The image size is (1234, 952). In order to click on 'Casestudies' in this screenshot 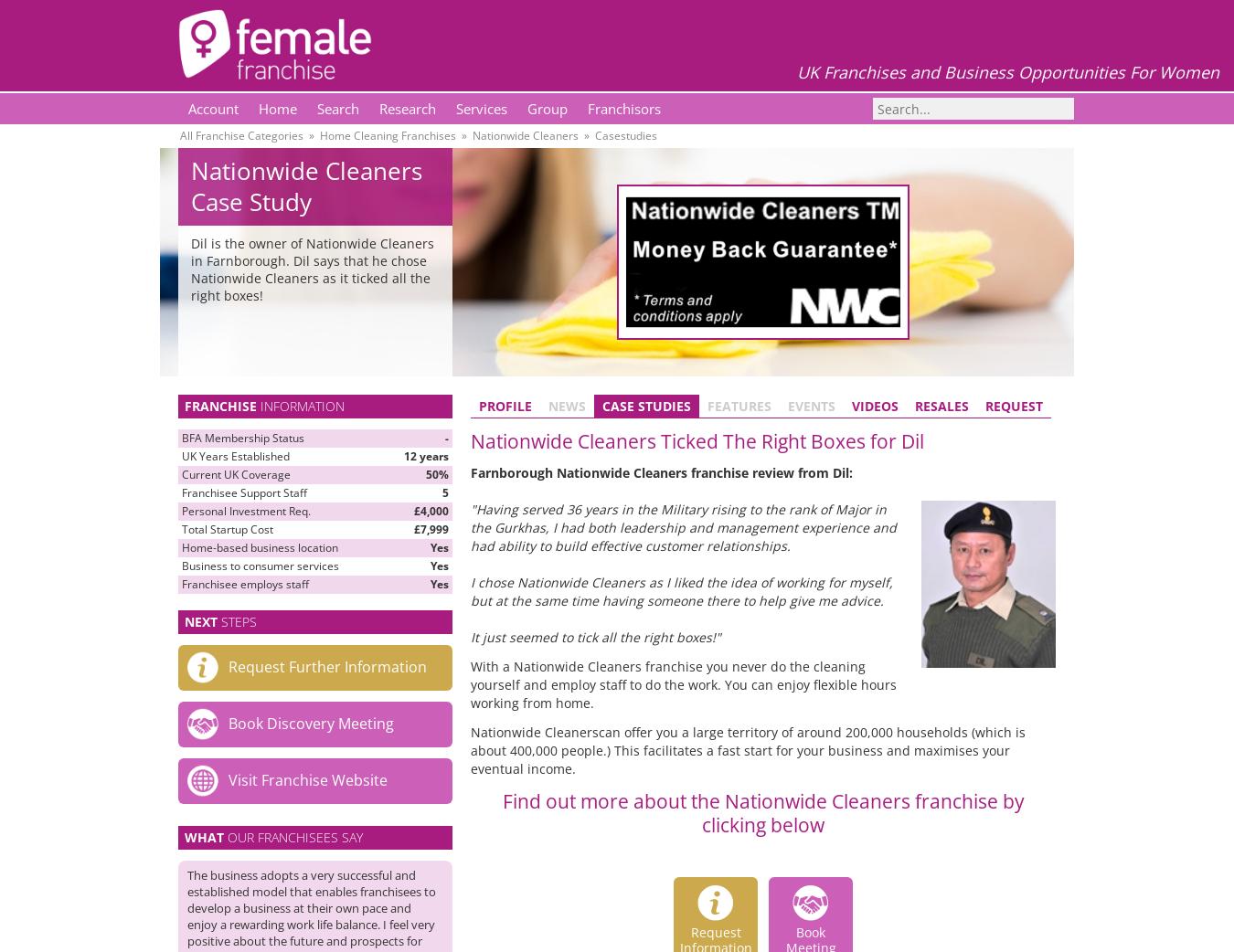, I will do `click(624, 135)`.